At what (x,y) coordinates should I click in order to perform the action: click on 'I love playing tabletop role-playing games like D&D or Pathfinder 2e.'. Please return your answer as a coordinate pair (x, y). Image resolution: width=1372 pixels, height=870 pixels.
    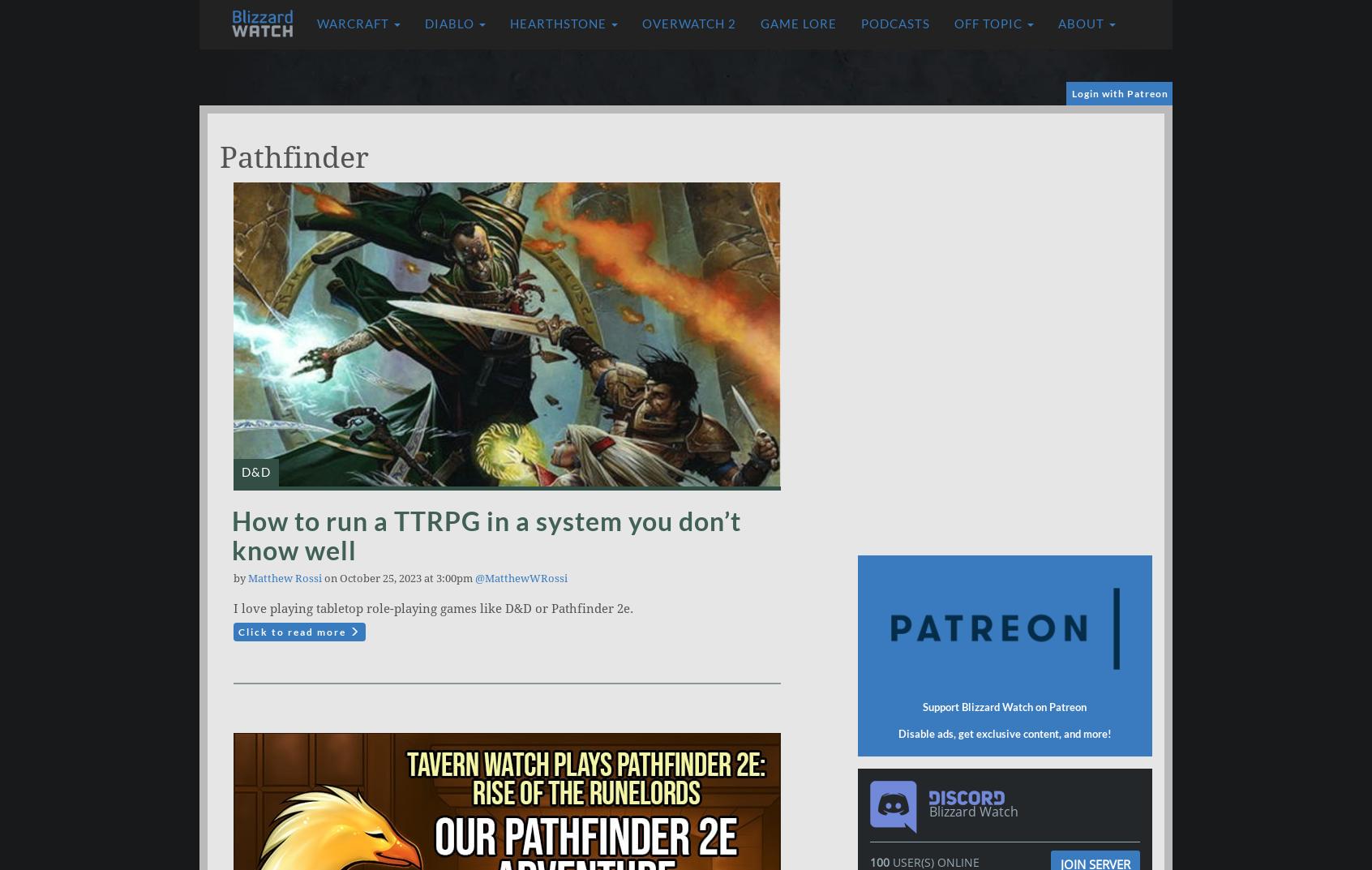
    Looking at the image, I should click on (433, 607).